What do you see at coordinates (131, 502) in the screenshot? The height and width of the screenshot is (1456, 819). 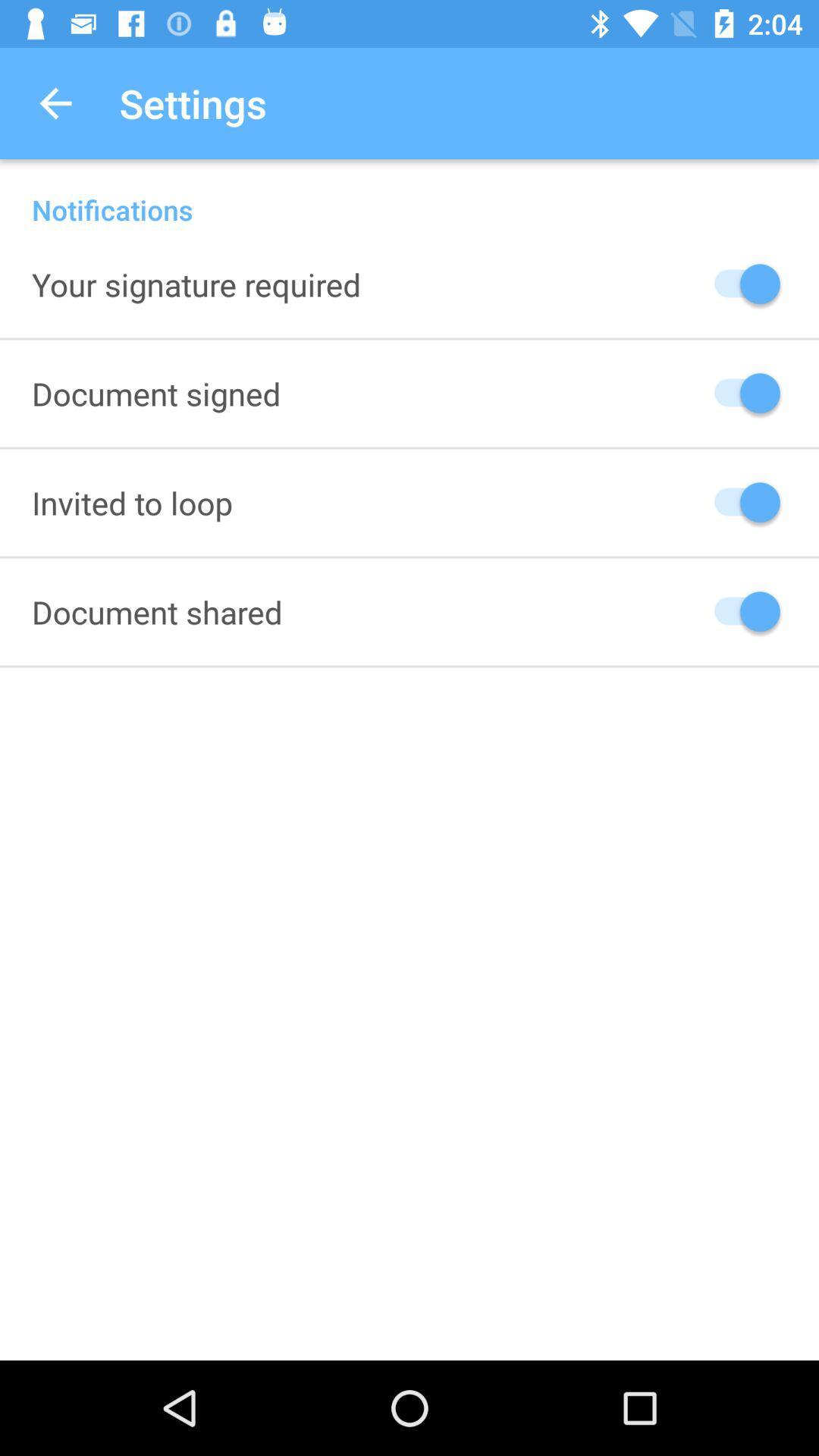 I see `the icon below the document signed icon` at bounding box center [131, 502].